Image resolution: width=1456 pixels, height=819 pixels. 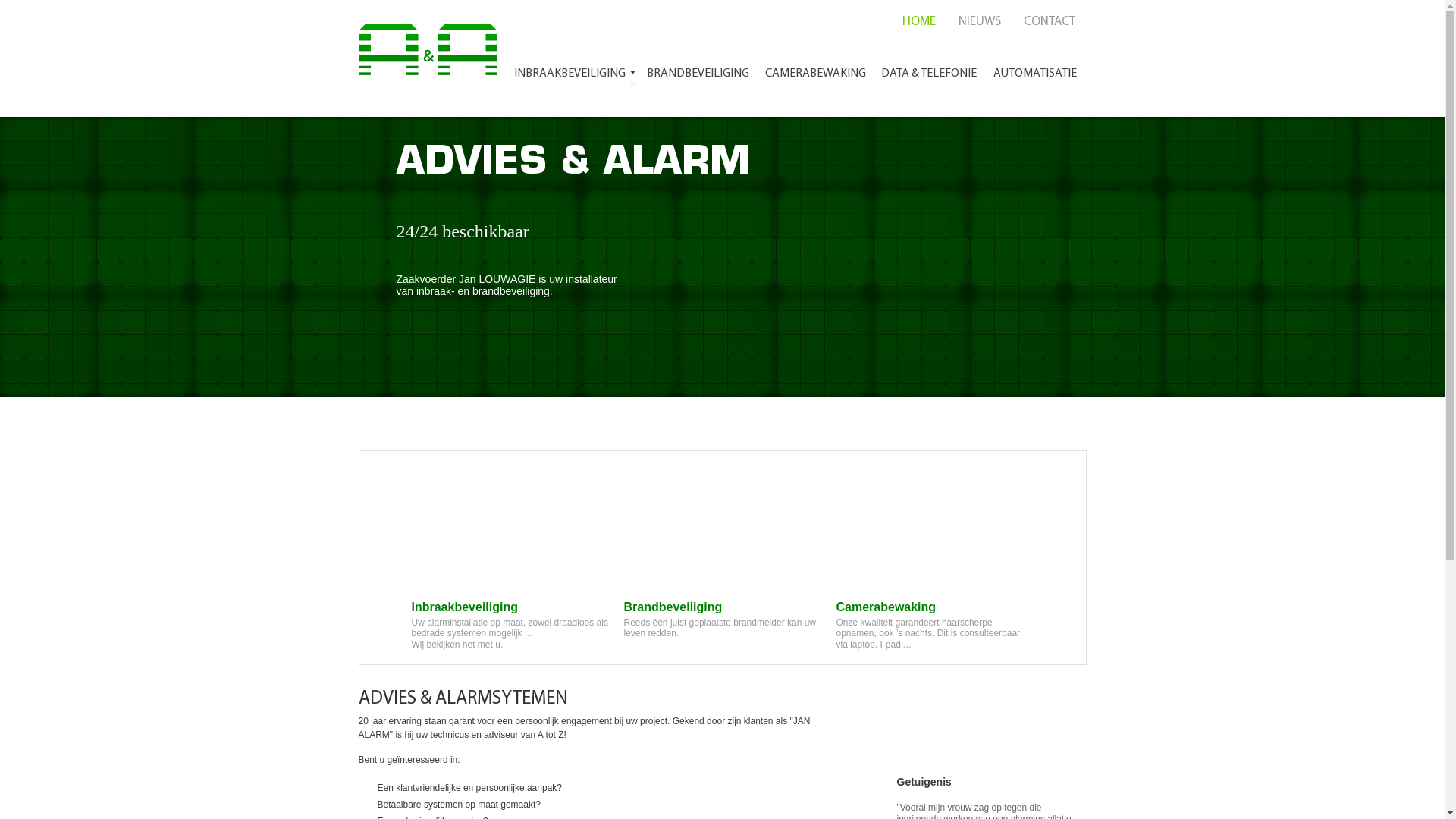 What do you see at coordinates (510, 563) in the screenshot?
I see `'Inbraakbeveiliging'` at bounding box center [510, 563].